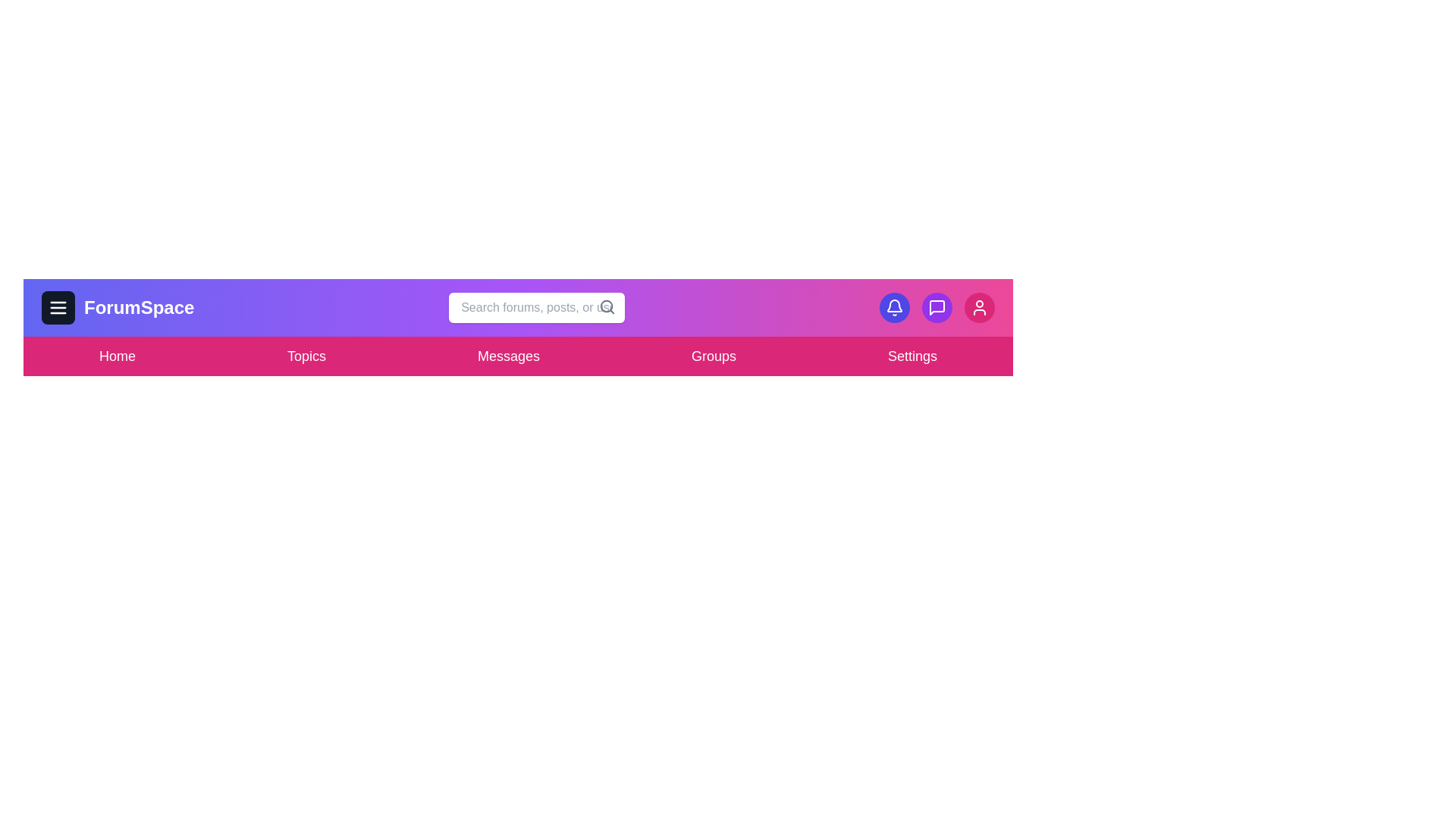 The image size is (1456, 819). What do you see at coordinates (116, 356) in the screenshot?
I see `the Home menu item to navigate to its section` at bounding box center [116, 356].